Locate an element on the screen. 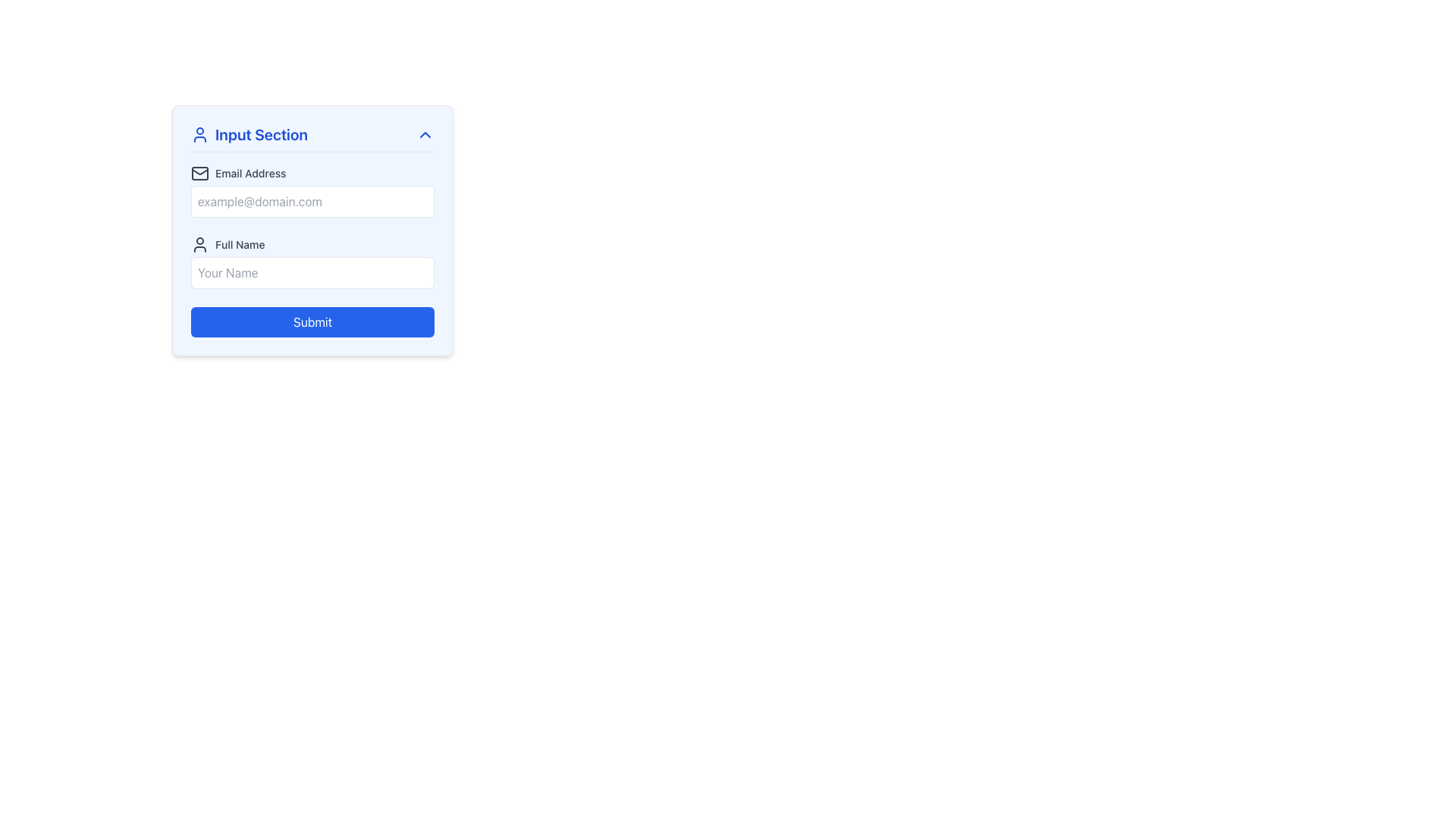  the email input field labeled 'Email Address' is located at coordinates (312, 190).